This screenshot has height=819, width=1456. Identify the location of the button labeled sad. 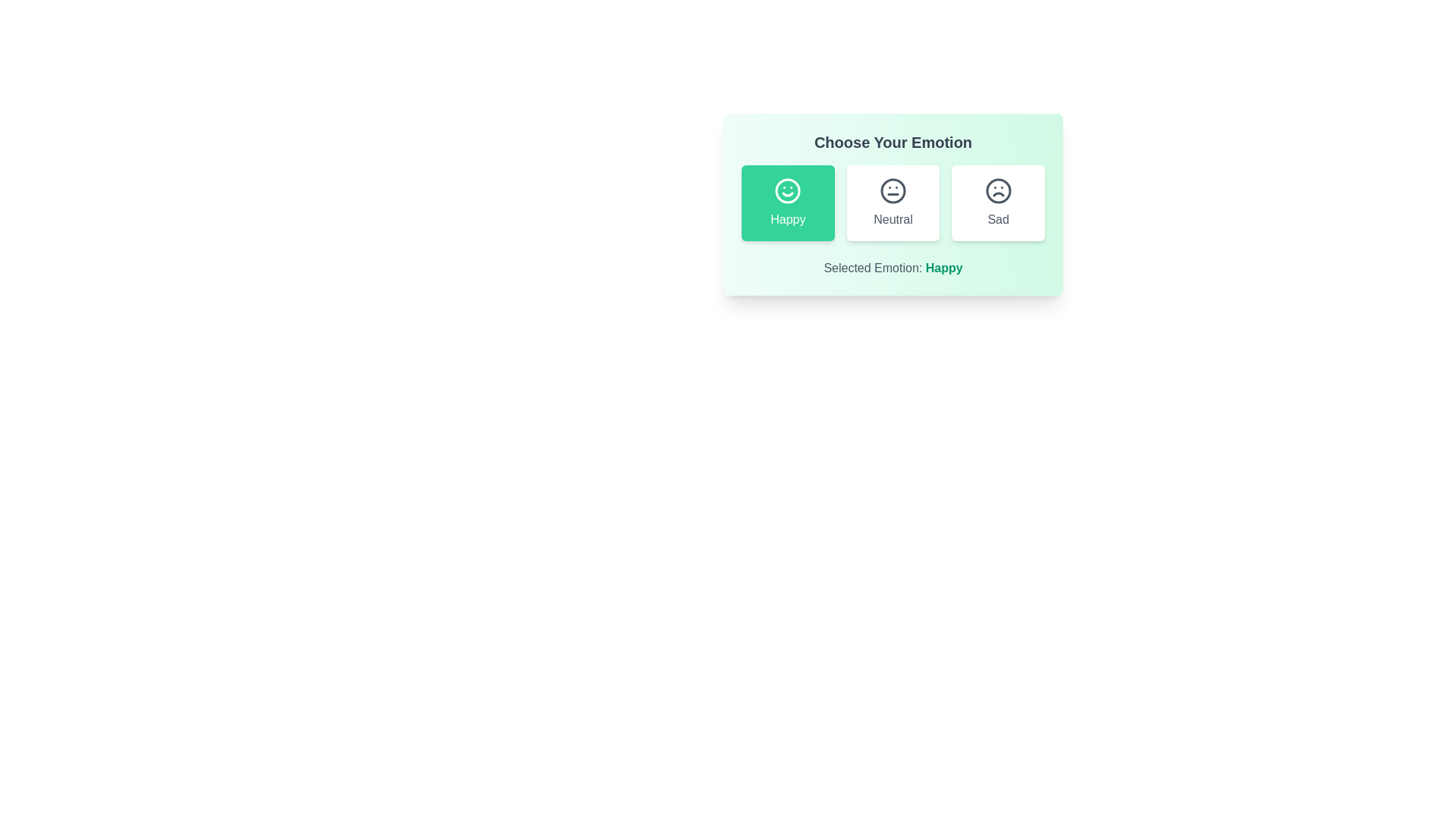
(997, 202).